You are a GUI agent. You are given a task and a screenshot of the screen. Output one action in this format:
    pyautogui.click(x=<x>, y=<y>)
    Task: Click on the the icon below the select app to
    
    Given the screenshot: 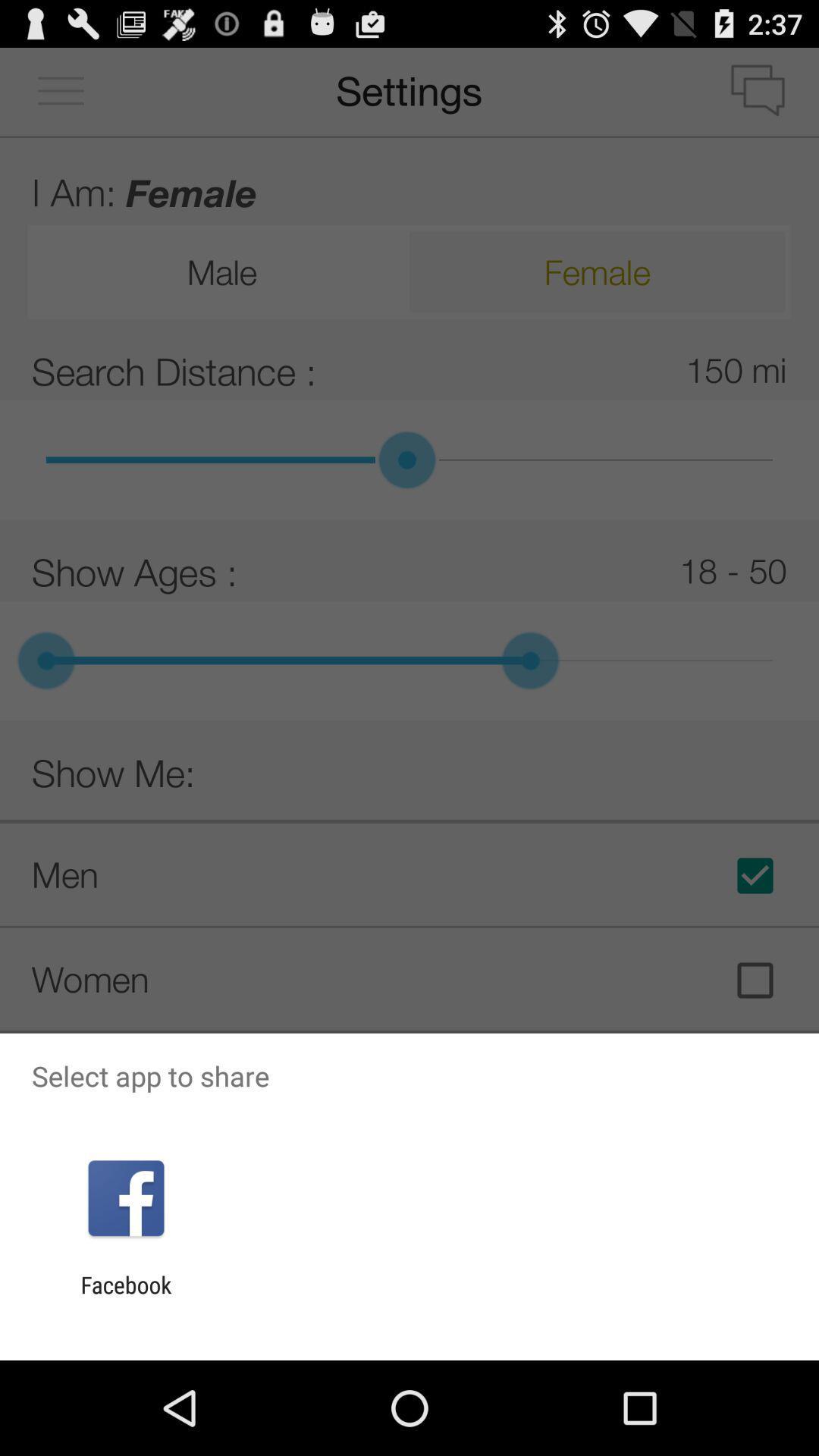 What is the action you would take?
    pyautogui.click(x=125, y=1197)
    